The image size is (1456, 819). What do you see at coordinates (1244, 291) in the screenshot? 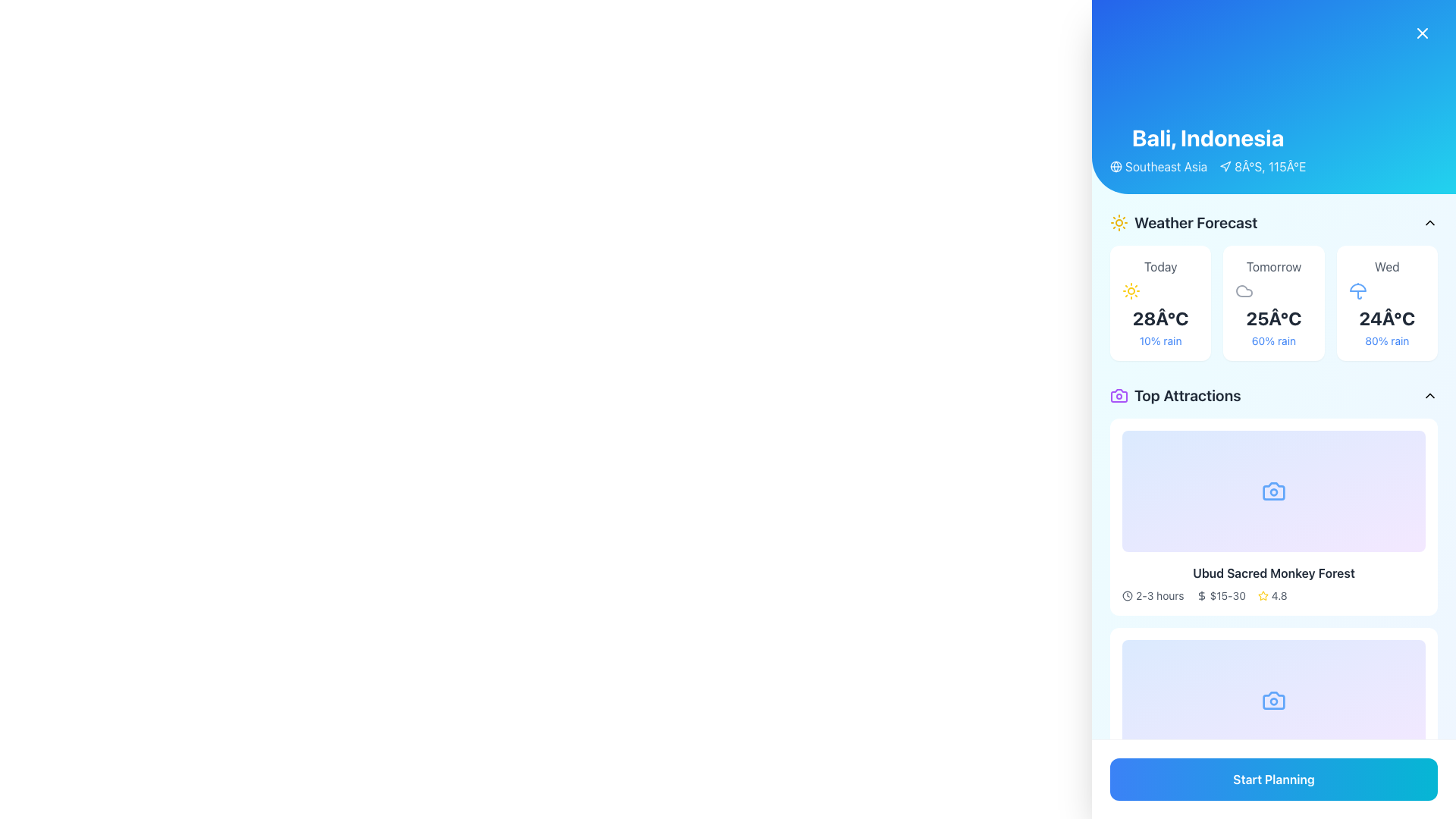
I see `the minimalistic cloud icon located in the 'Tomorrow' card under the 'Weather Forecast' section` at bounding box center [1244, 291].